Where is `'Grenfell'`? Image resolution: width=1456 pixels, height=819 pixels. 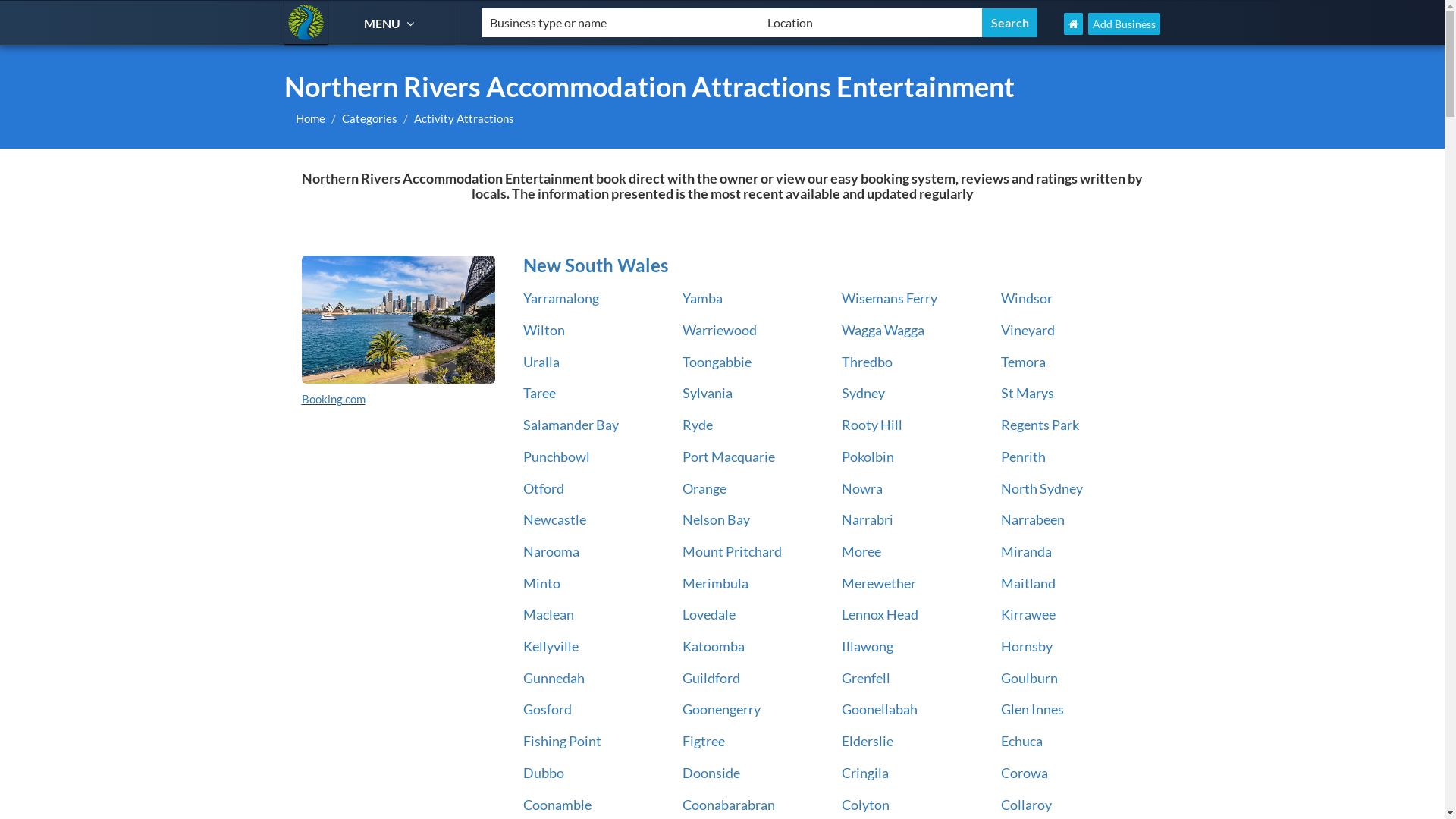
'Grenfell' is located at coordinates (840, 677).